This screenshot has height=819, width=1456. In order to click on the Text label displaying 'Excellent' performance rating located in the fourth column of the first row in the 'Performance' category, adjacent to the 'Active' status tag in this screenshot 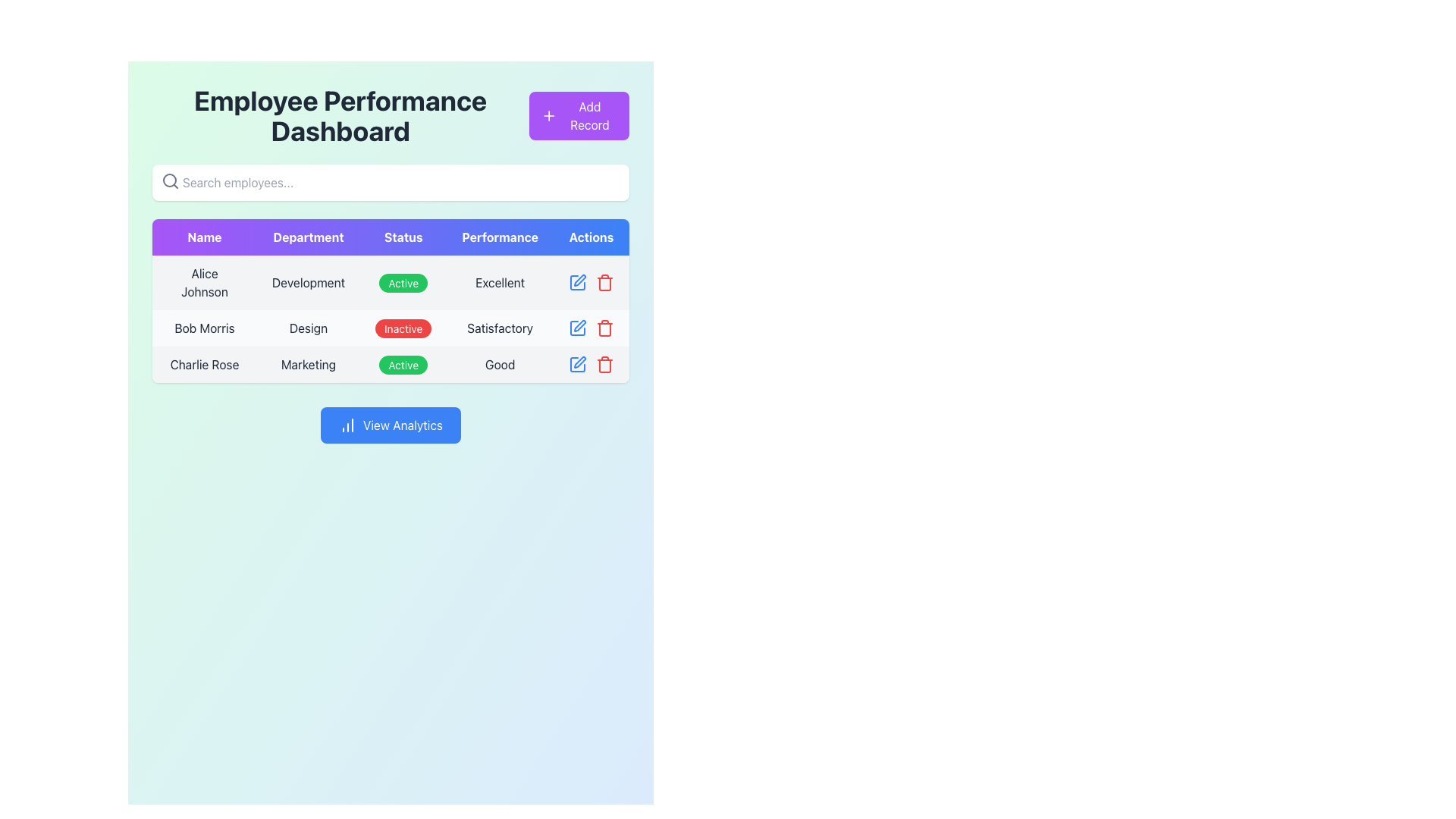, I will do `click(500, 283)`.